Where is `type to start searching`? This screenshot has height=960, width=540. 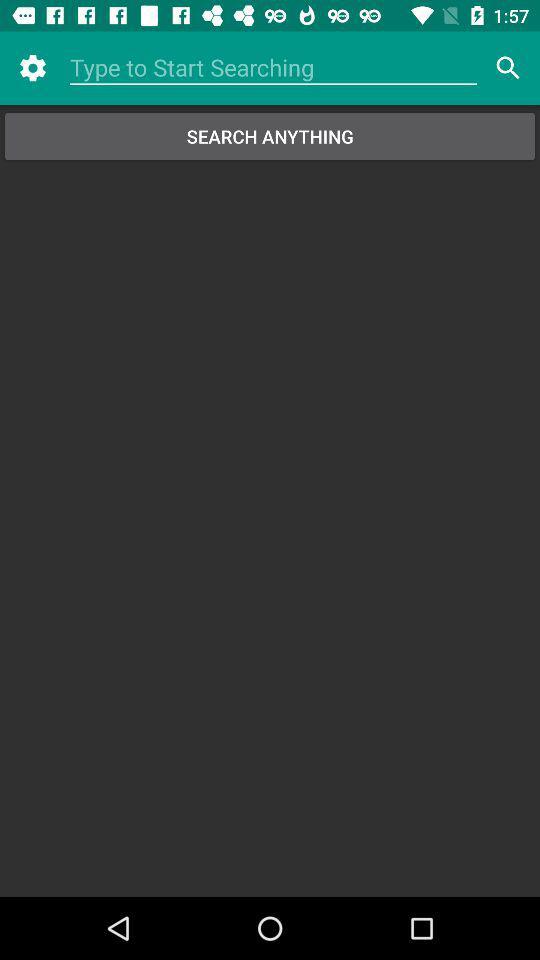 type to start searching is located at coordinates (272, 68).